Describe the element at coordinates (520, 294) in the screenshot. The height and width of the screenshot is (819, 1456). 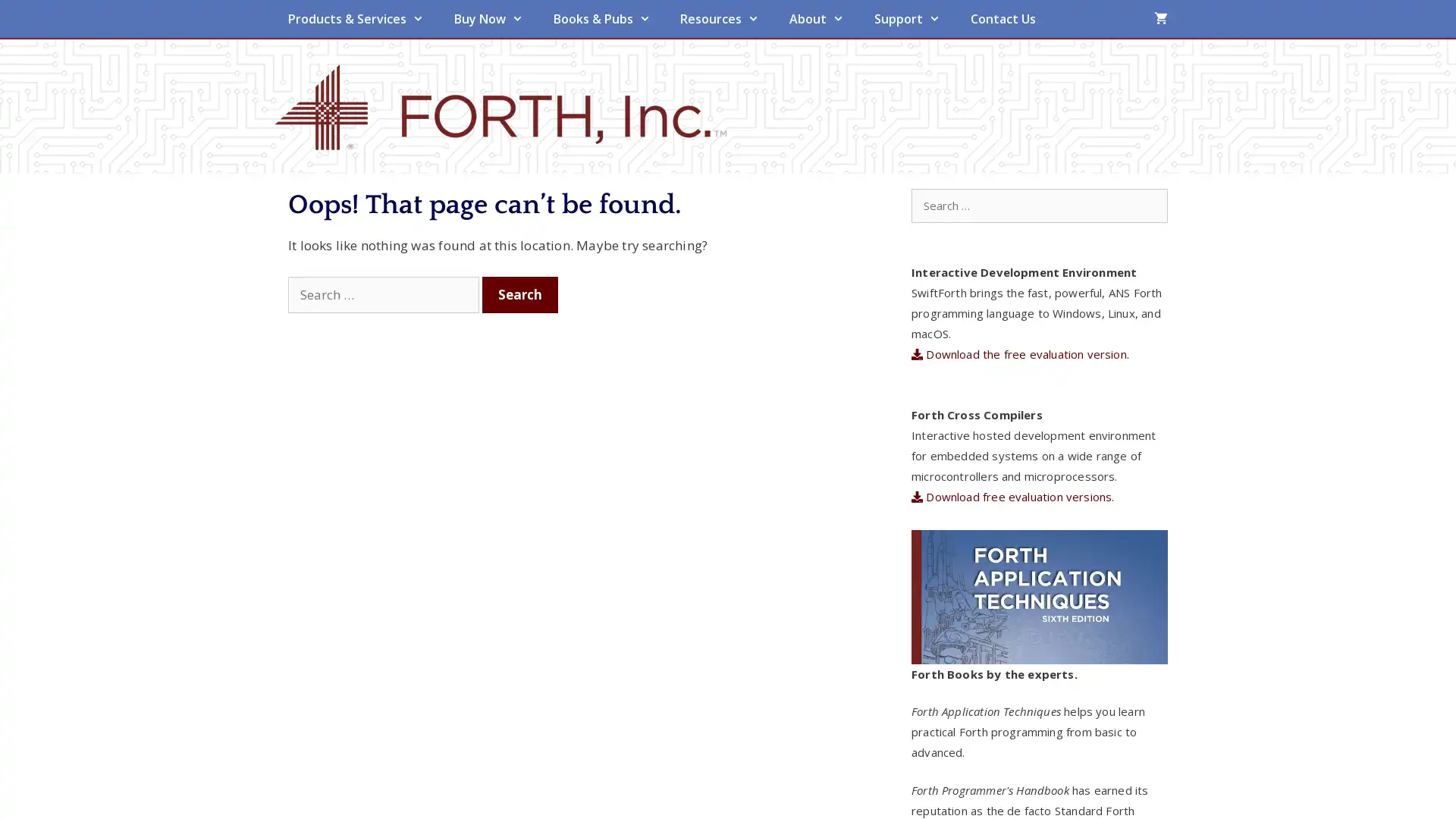
I see `Search` at that location.